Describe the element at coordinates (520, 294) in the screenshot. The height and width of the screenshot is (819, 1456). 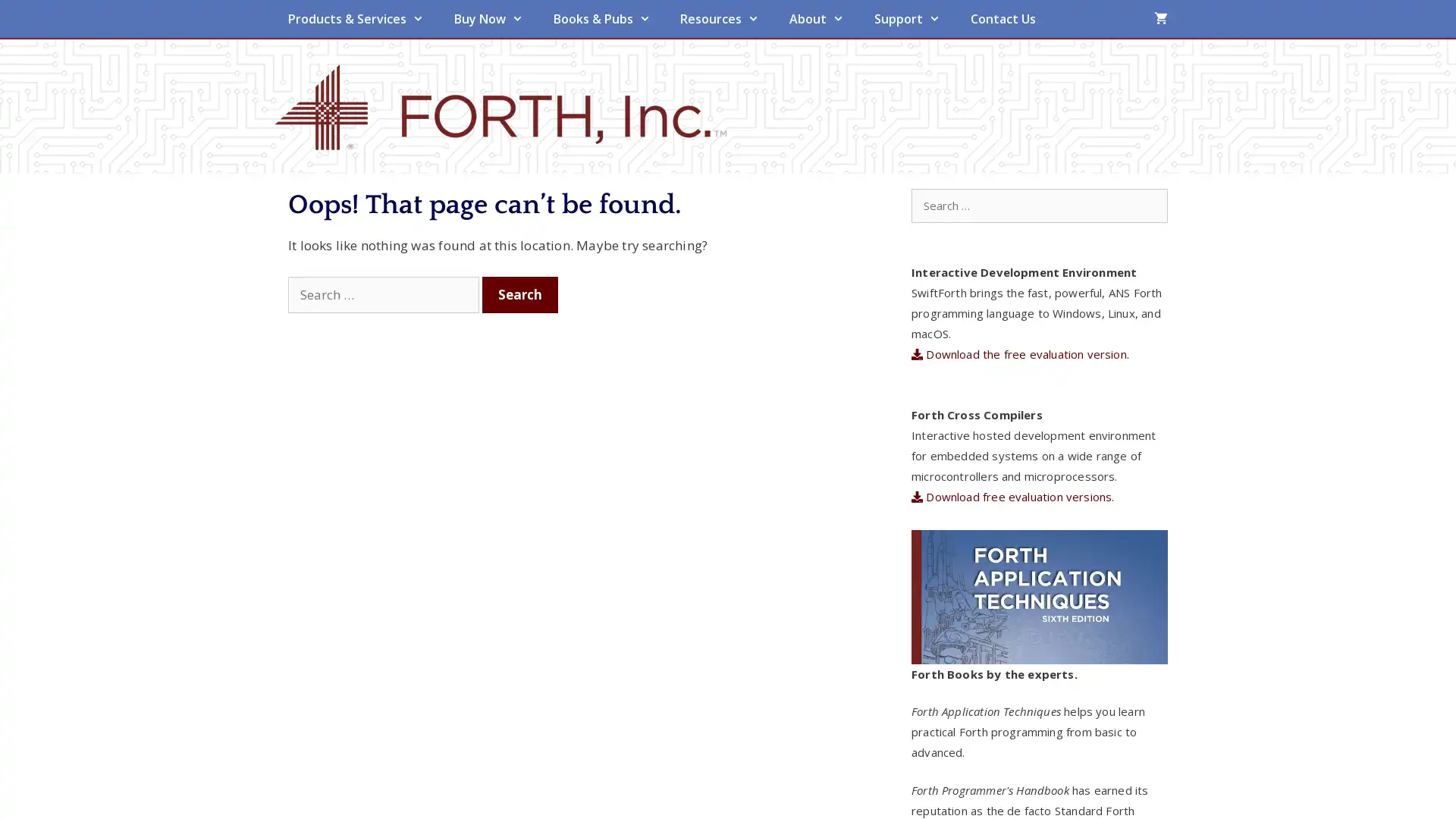
I see `Search` at that location.